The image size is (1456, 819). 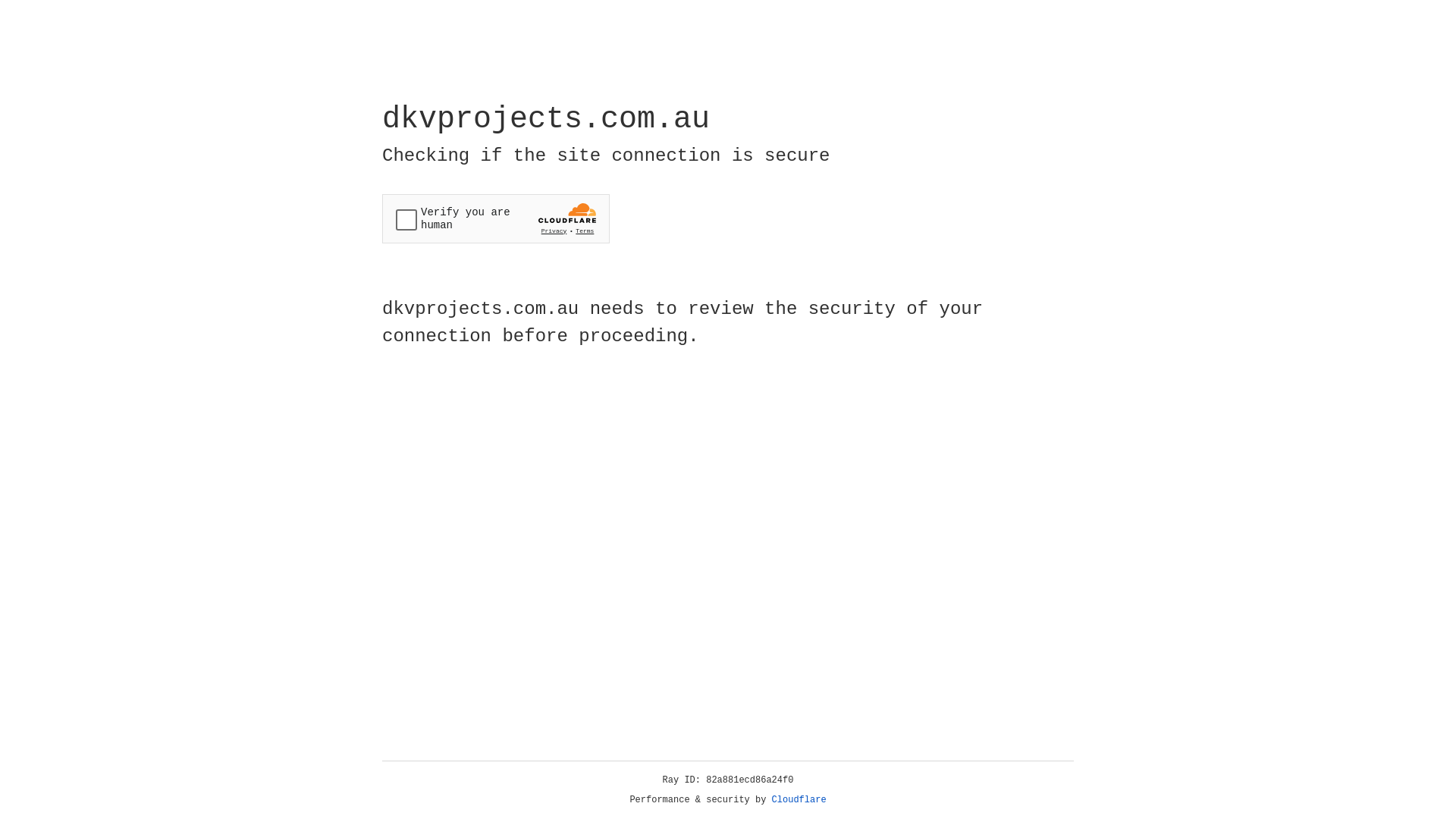 What do you see at coordinates (495, 218) in the screenshot?
I see `'Widget containing a Cloudflare security challenge'` at bounding box center [495, 218].